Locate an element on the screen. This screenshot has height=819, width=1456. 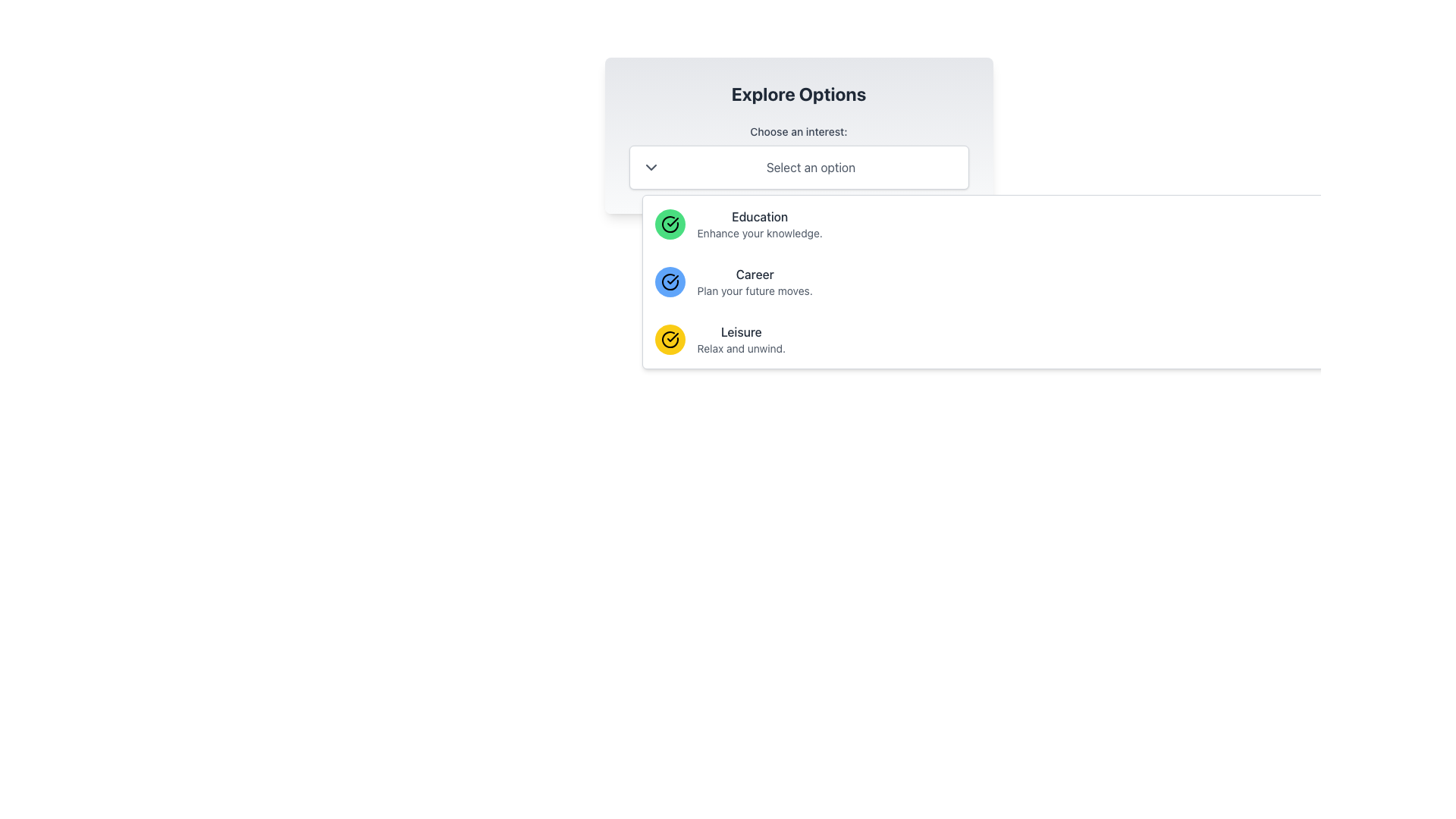
the green check mark icon within a circular background located at the leftmost side of the 'Education' option in the dropdown menu is located at coordinates (669, 224).